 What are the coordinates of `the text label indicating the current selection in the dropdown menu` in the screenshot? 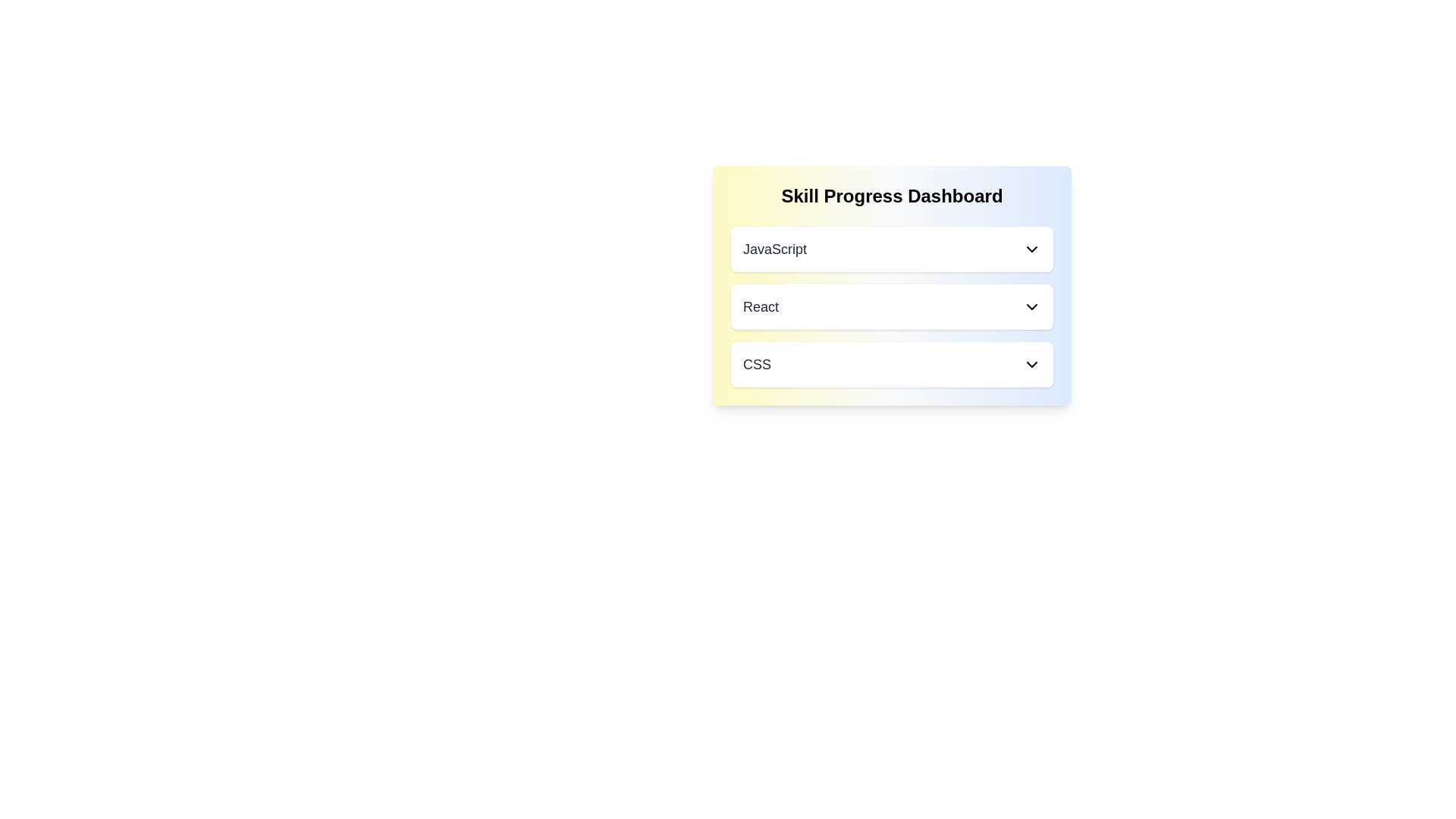 It's located at (775, 248).